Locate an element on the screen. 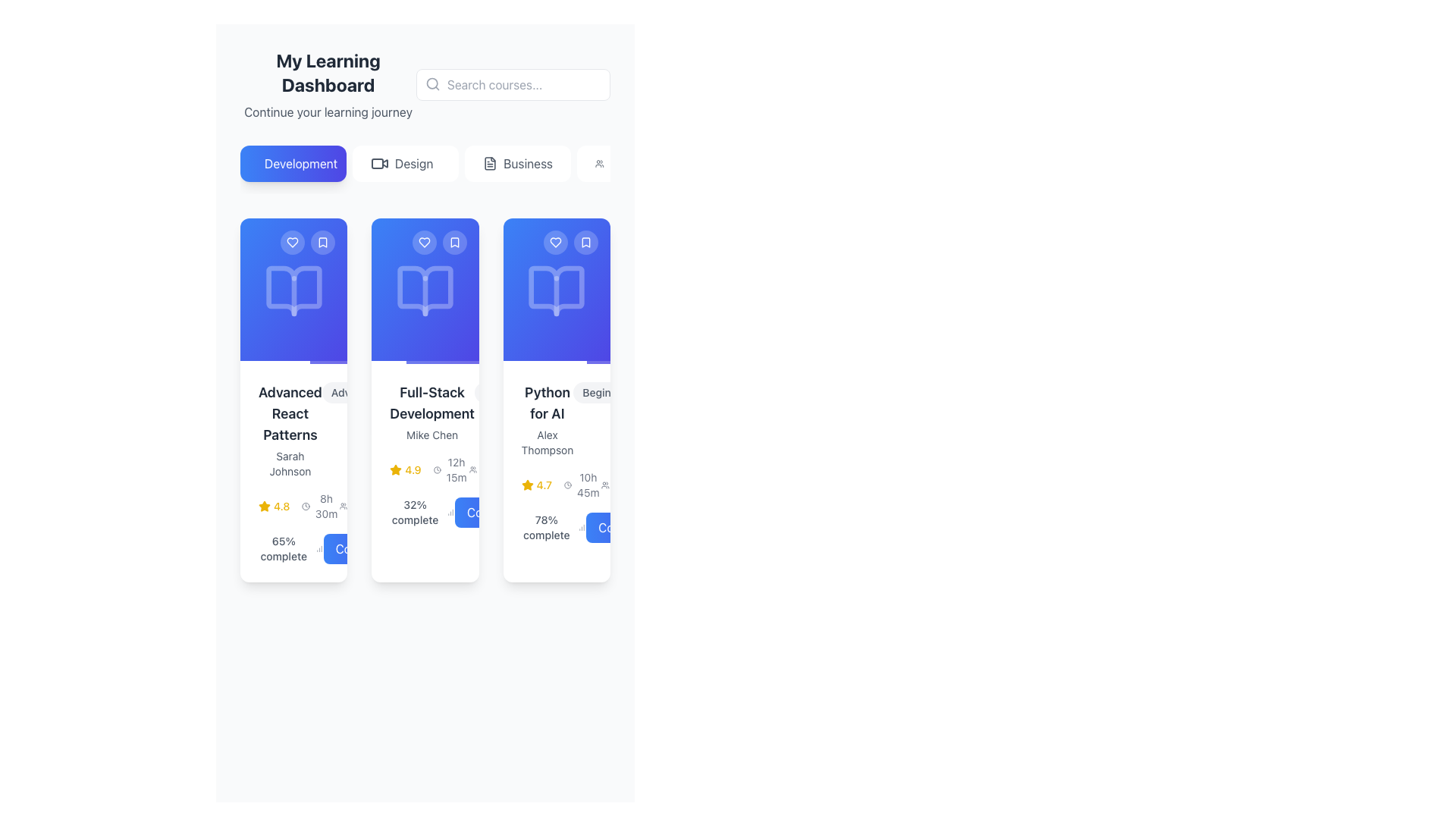 The image size is (1456, 819). the yellow star icon located beside the text '4.7' in the third card titled 'Python for AI' under the 'Development' section is located at coordinates (527, 485).